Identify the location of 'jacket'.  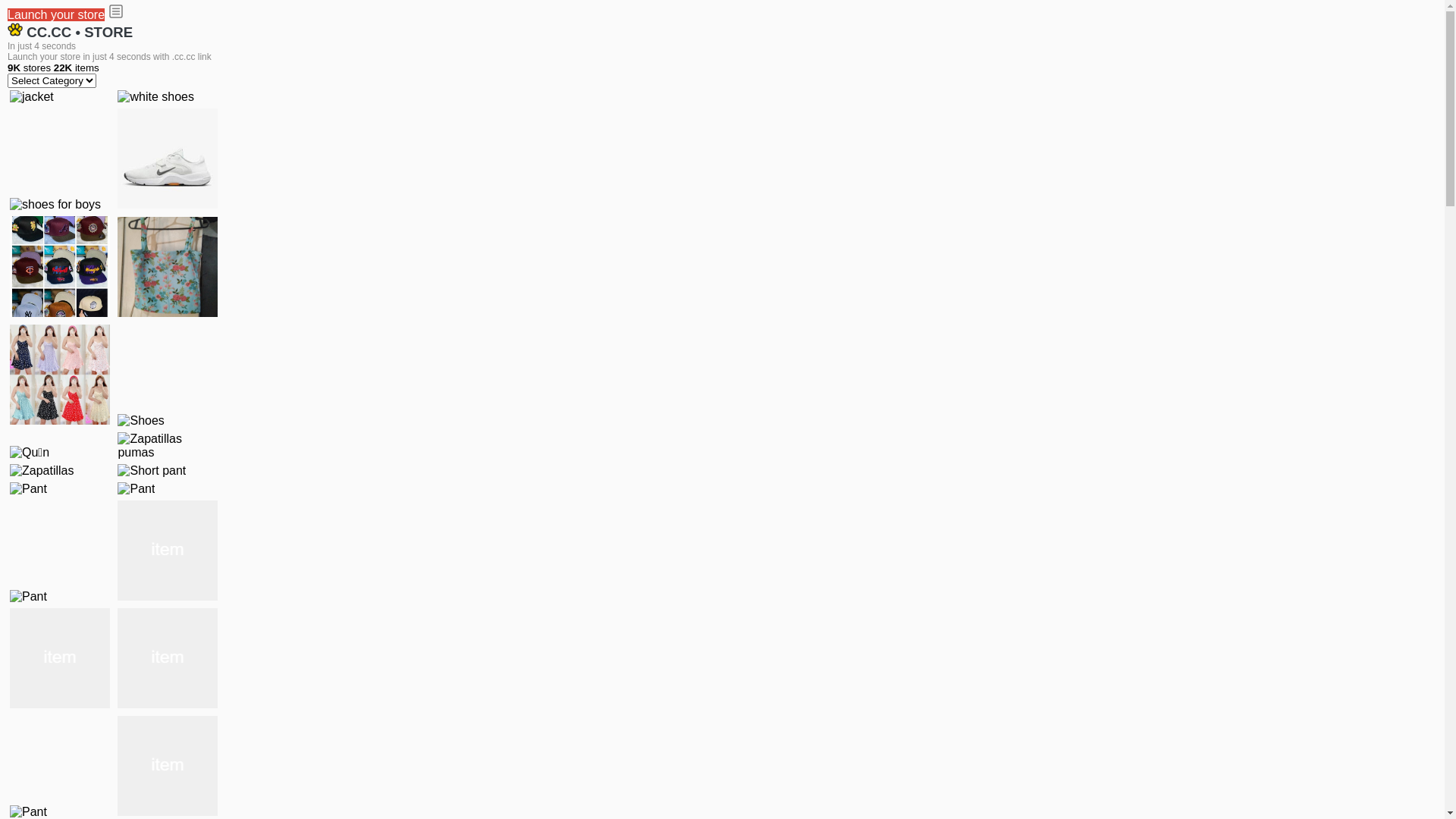
(10, 96).